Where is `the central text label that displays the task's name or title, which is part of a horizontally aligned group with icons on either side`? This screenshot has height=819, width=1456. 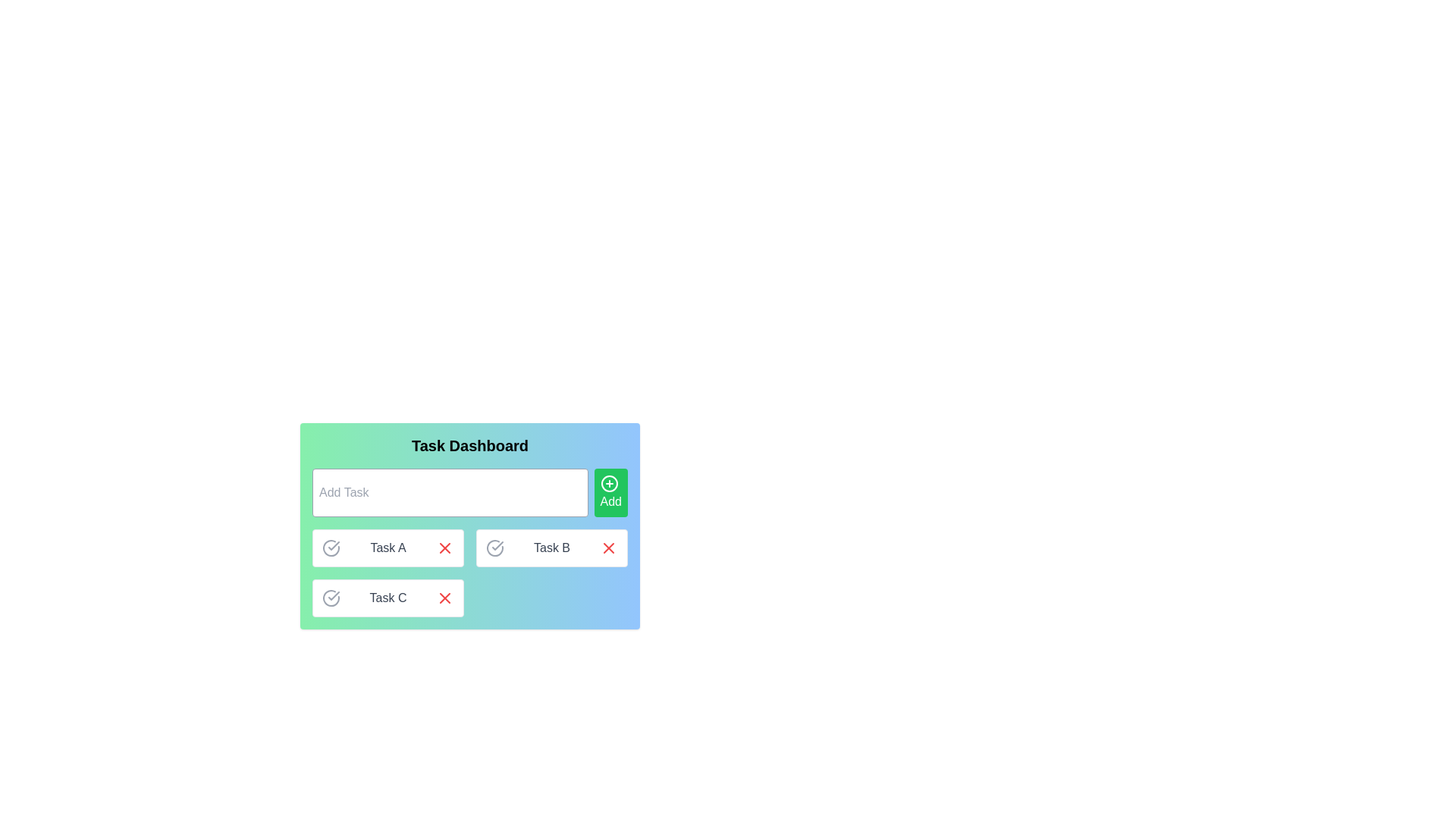
the central text label that displays the task's name or title, which is part of a horizontally aligned group with icons on either side is located at coordinates (388, 548).